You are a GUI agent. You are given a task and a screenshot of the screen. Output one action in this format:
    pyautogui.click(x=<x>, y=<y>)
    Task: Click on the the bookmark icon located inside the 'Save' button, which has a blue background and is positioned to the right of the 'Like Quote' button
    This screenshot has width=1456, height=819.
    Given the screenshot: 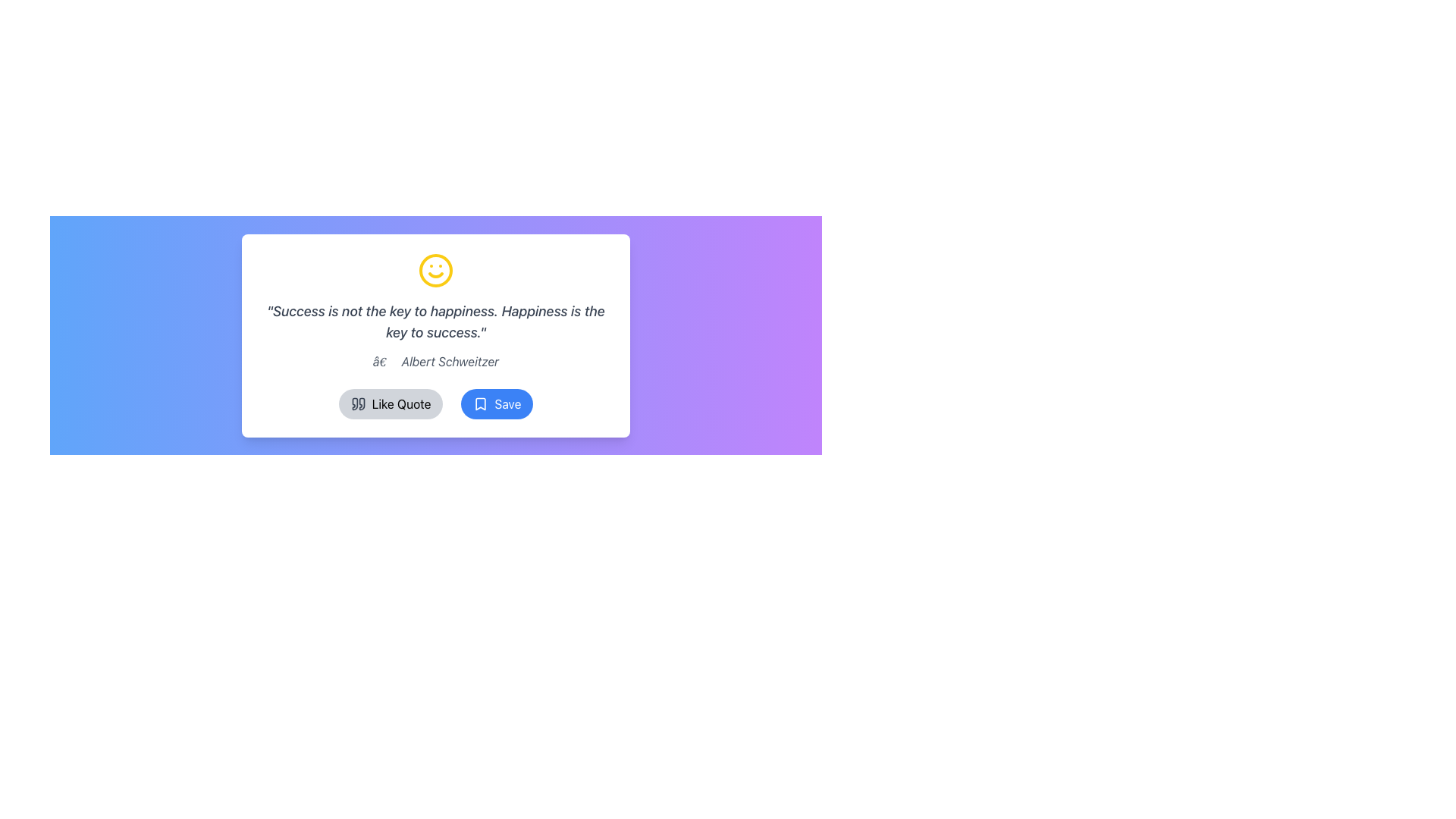 What is the action you would take?
    pyautogui.click(x=480, y=403)
    